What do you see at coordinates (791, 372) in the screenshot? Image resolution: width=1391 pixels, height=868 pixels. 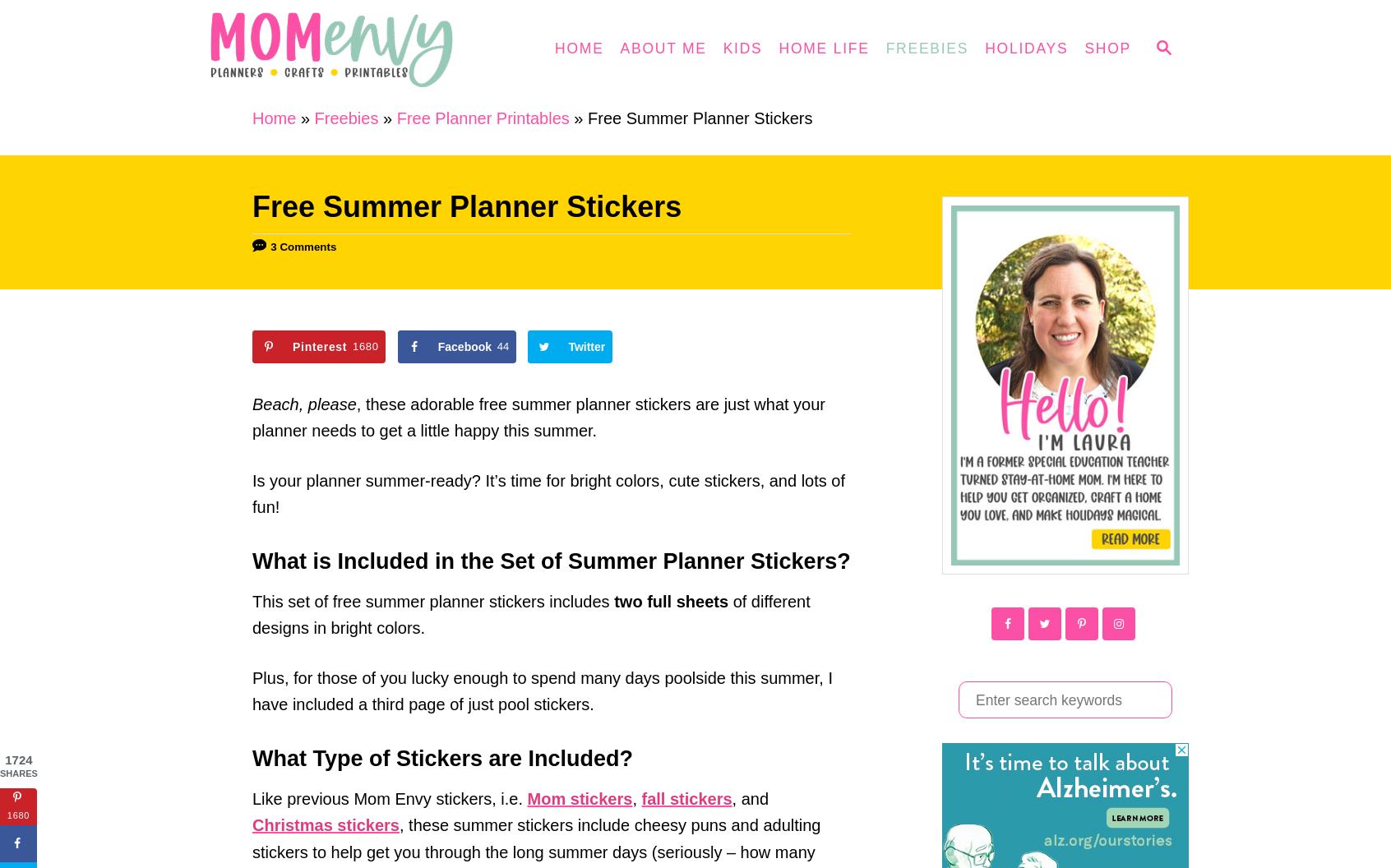 I see `'Tags and Cards'` at bounding box center [791, 372].